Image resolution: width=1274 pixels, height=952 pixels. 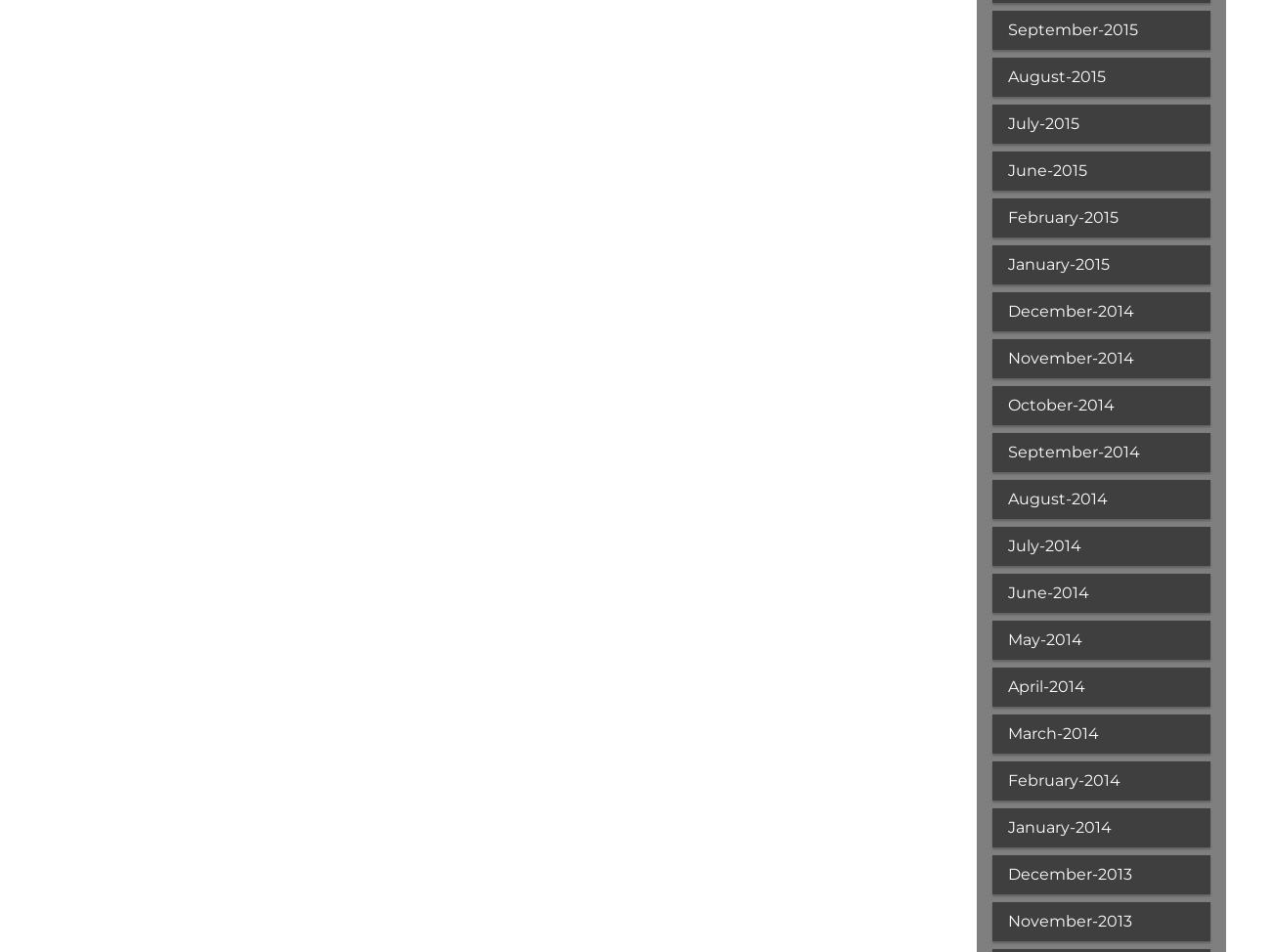 What do you see at coordinates (1055, 498) in the screenshot?
I see `'August-2014'` at bounding box center [1055, 498].